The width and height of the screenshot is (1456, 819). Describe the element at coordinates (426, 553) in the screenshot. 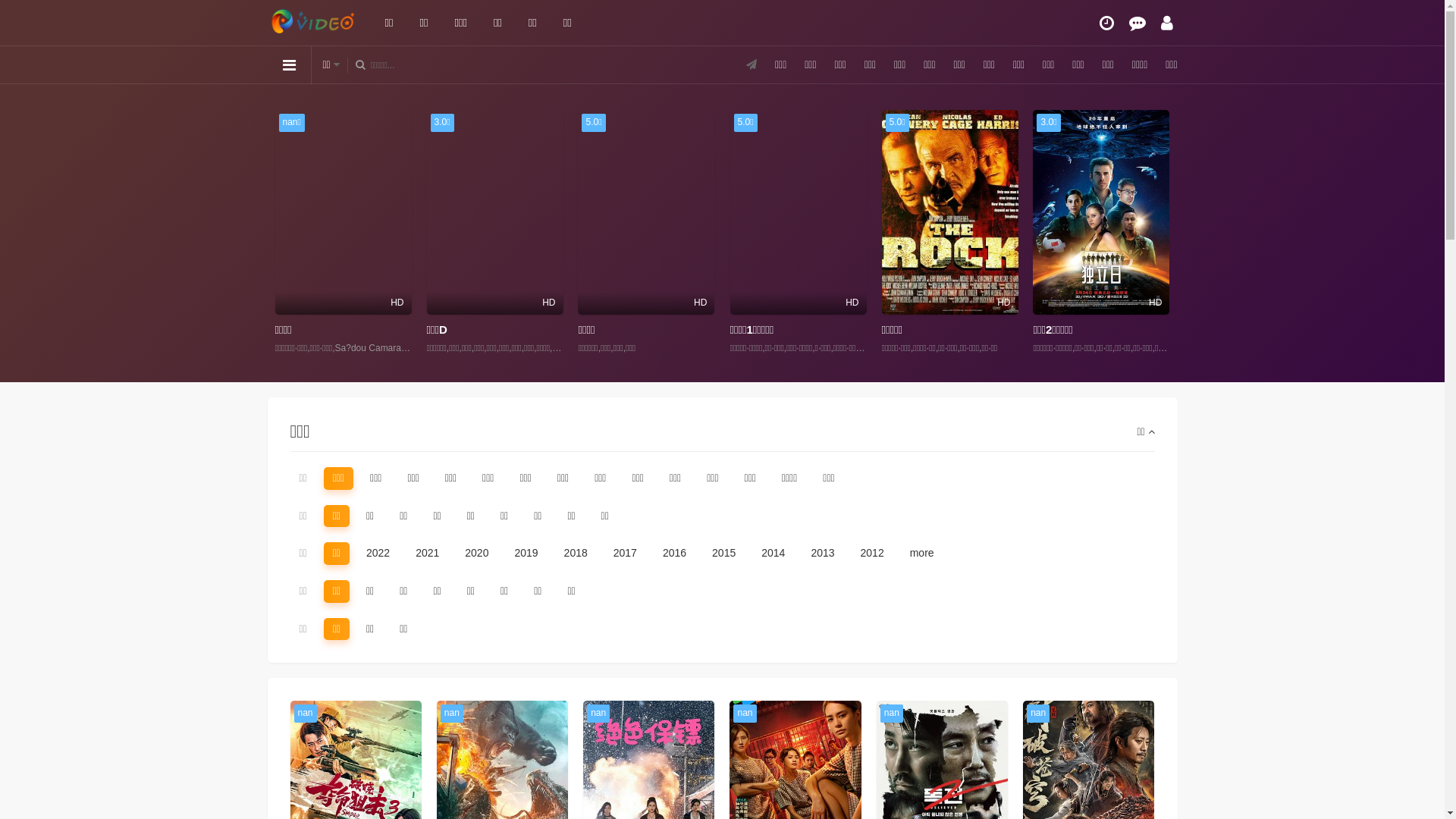

I see `'2021'` at that location.